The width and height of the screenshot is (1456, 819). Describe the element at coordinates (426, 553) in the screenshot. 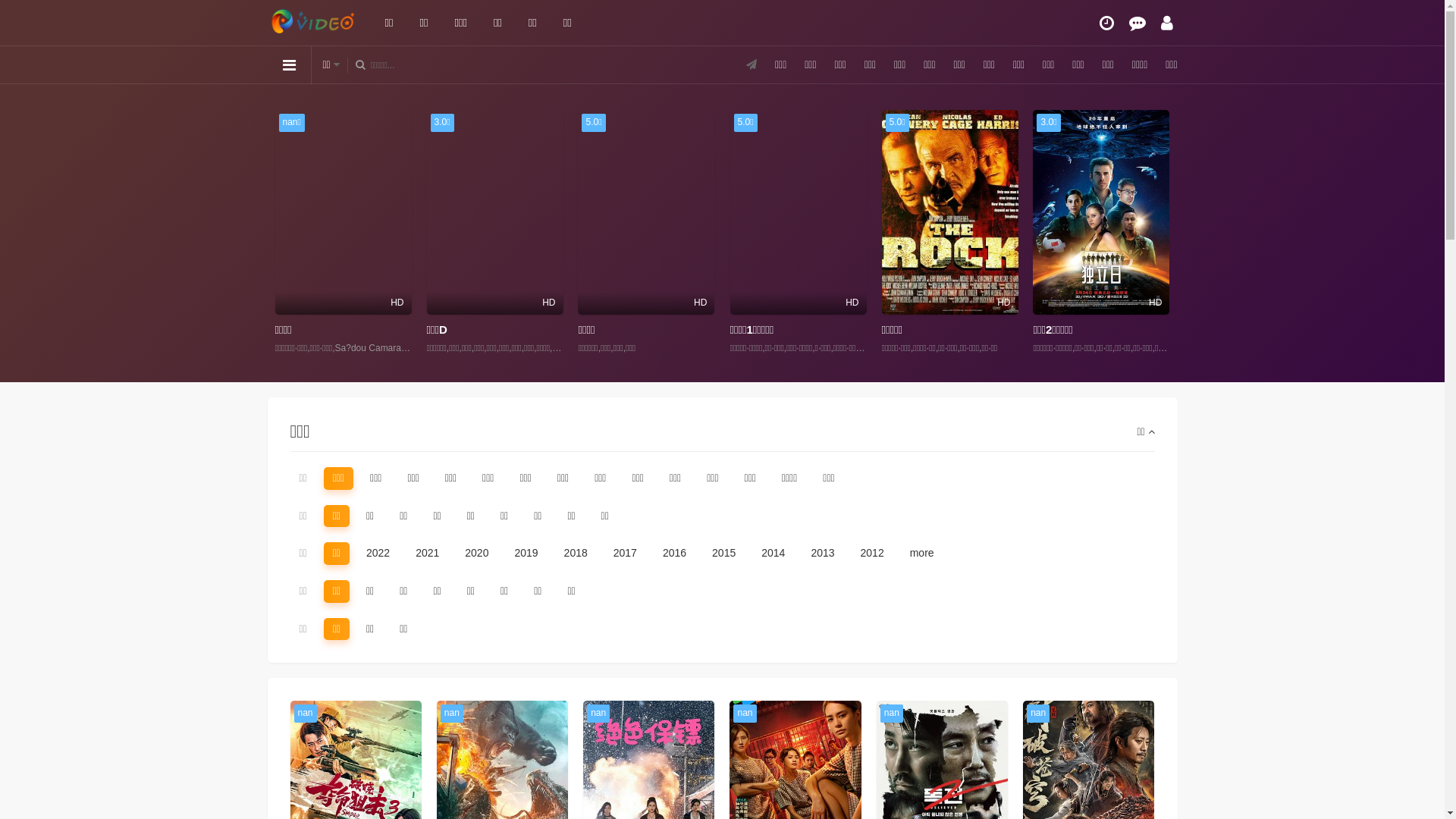

I see `'2021'` at that location.